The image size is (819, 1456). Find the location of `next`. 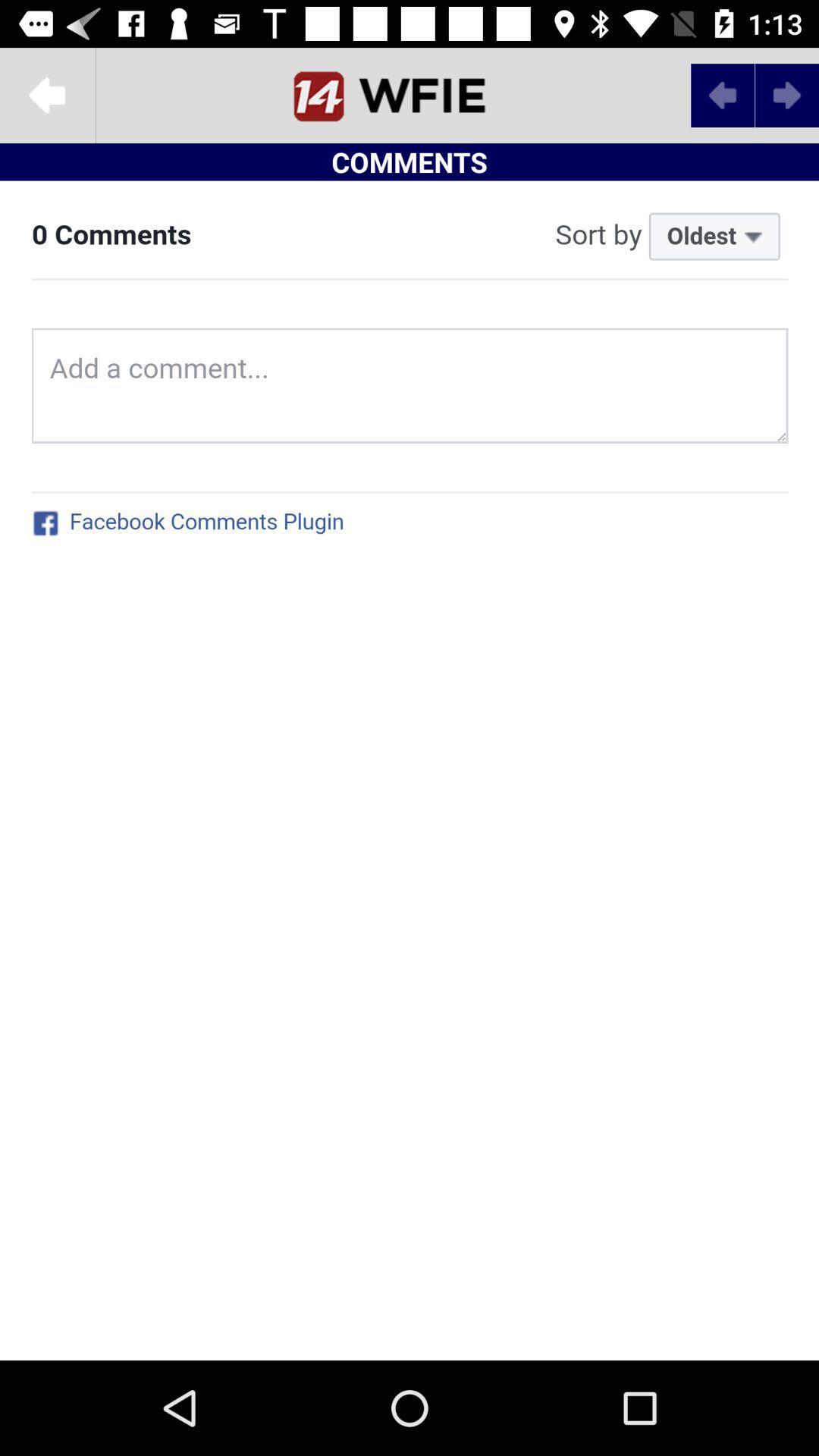

next is located at coordinates (409, 94).